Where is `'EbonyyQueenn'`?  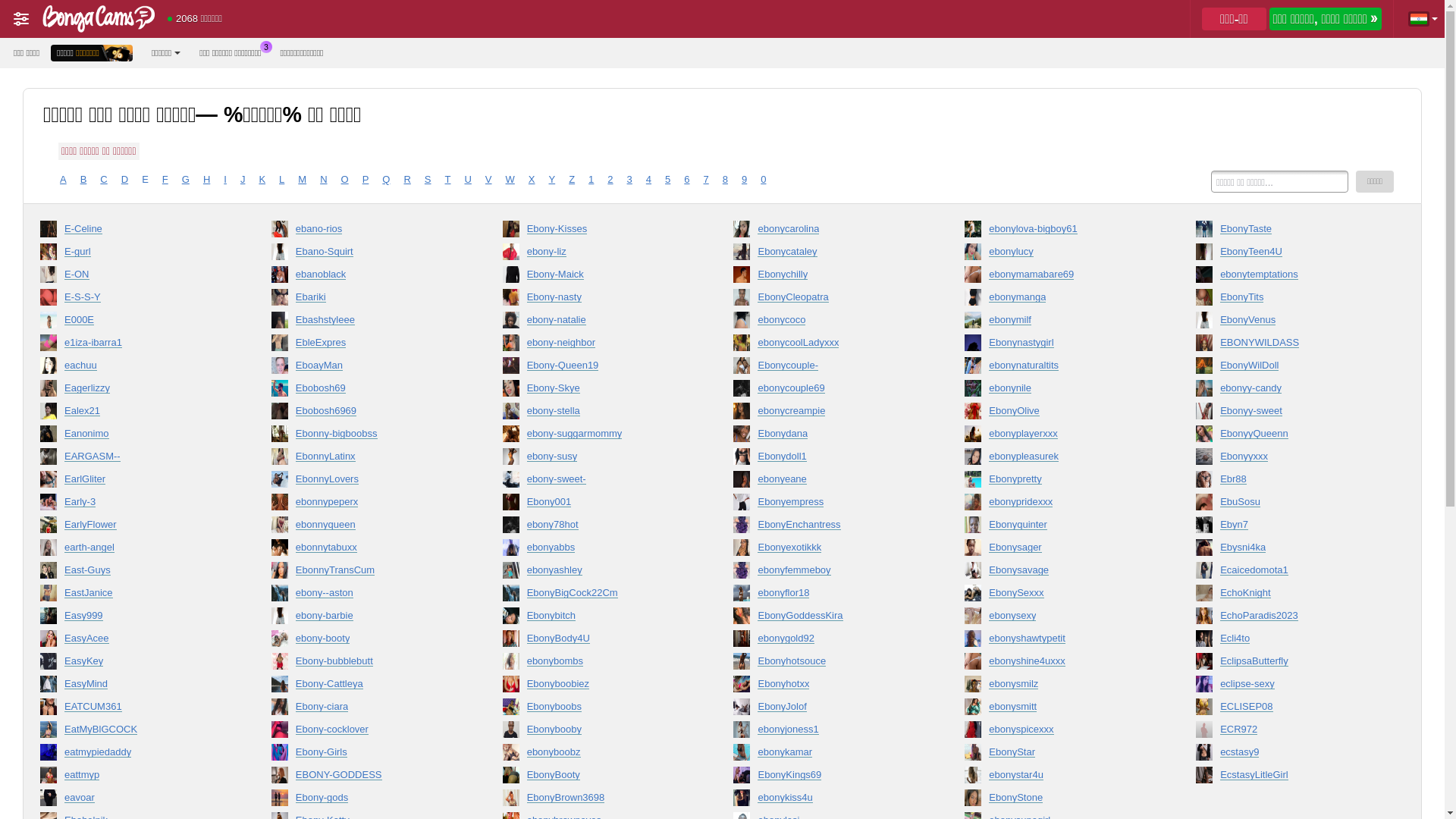 'EbonyyQueenn' is located at coordinates (1288, 436).